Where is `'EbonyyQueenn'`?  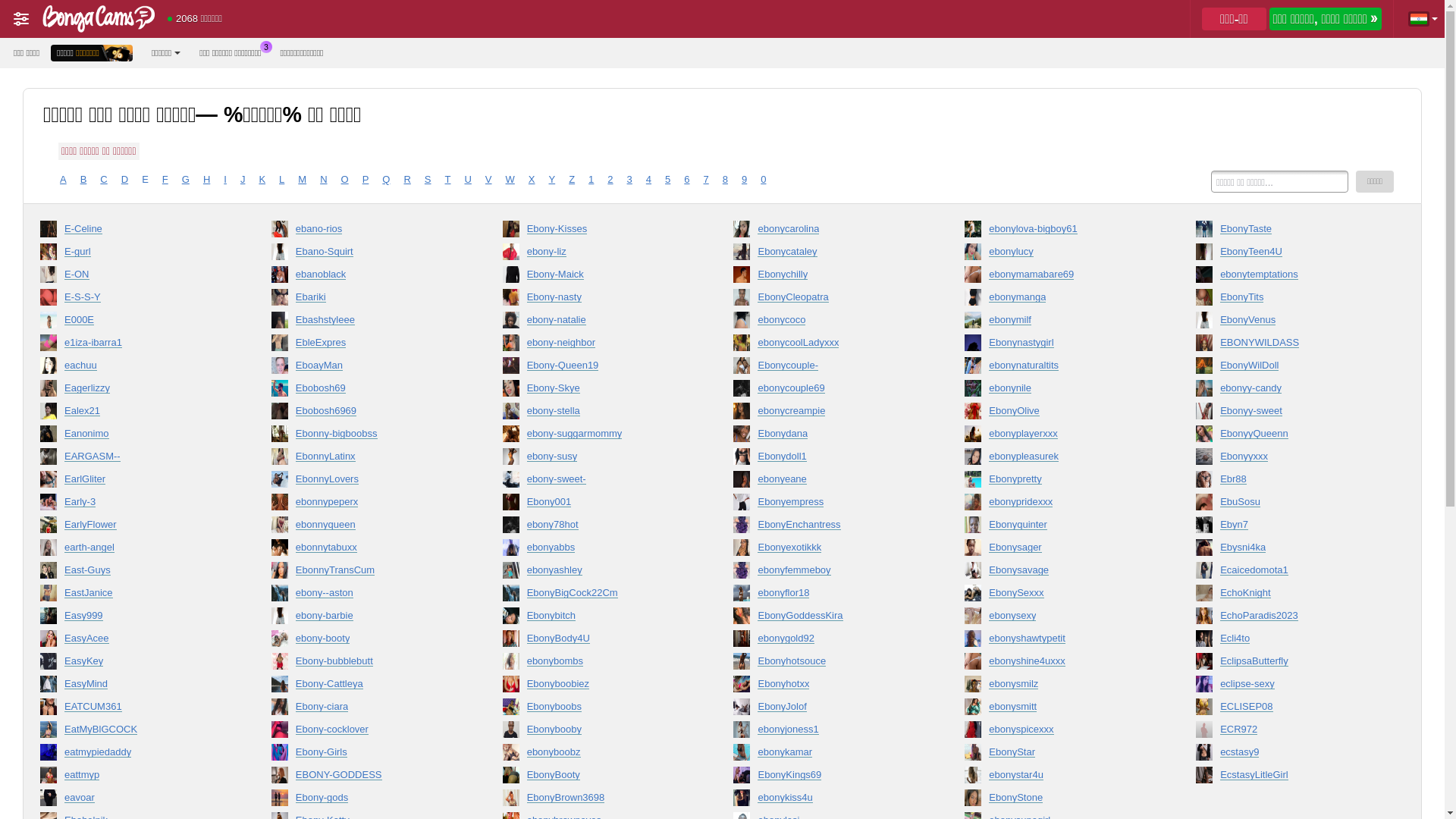 'EbonyyQueenn' is located at coordinates (1288, 436).